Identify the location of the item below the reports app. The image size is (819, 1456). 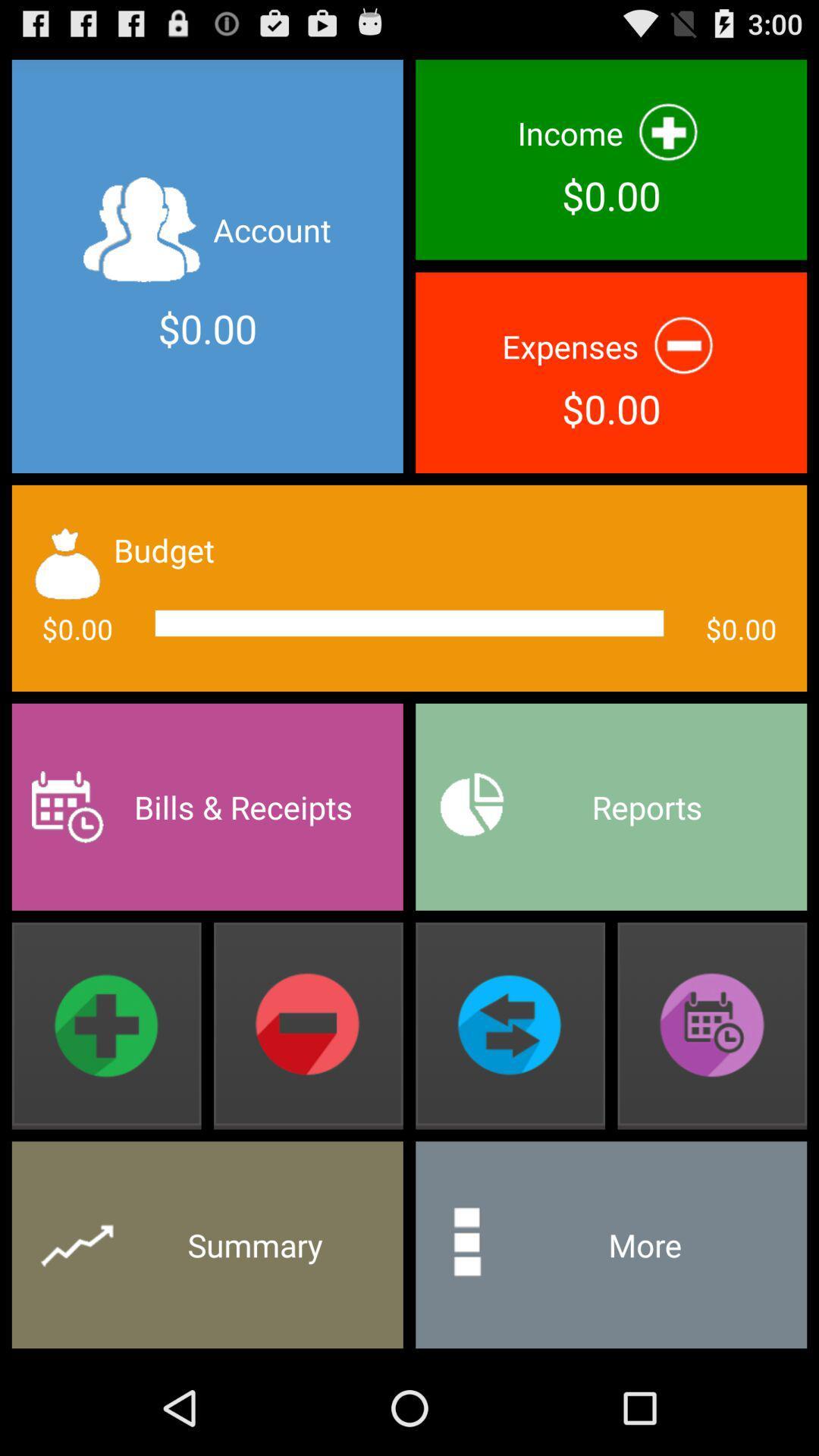
(712, 1026).